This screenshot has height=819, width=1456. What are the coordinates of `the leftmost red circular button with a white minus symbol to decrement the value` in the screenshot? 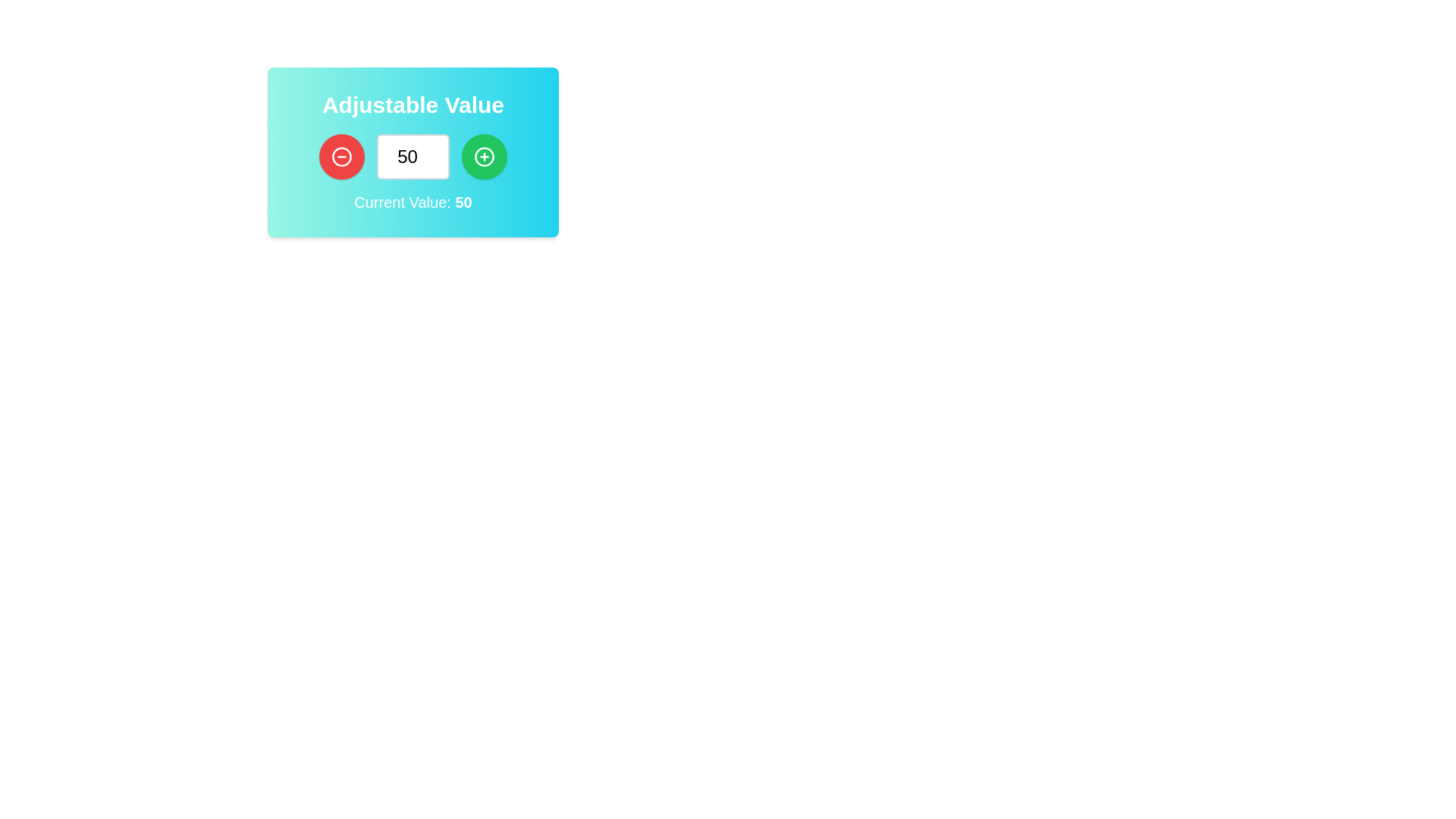 It's located at (341, 157).